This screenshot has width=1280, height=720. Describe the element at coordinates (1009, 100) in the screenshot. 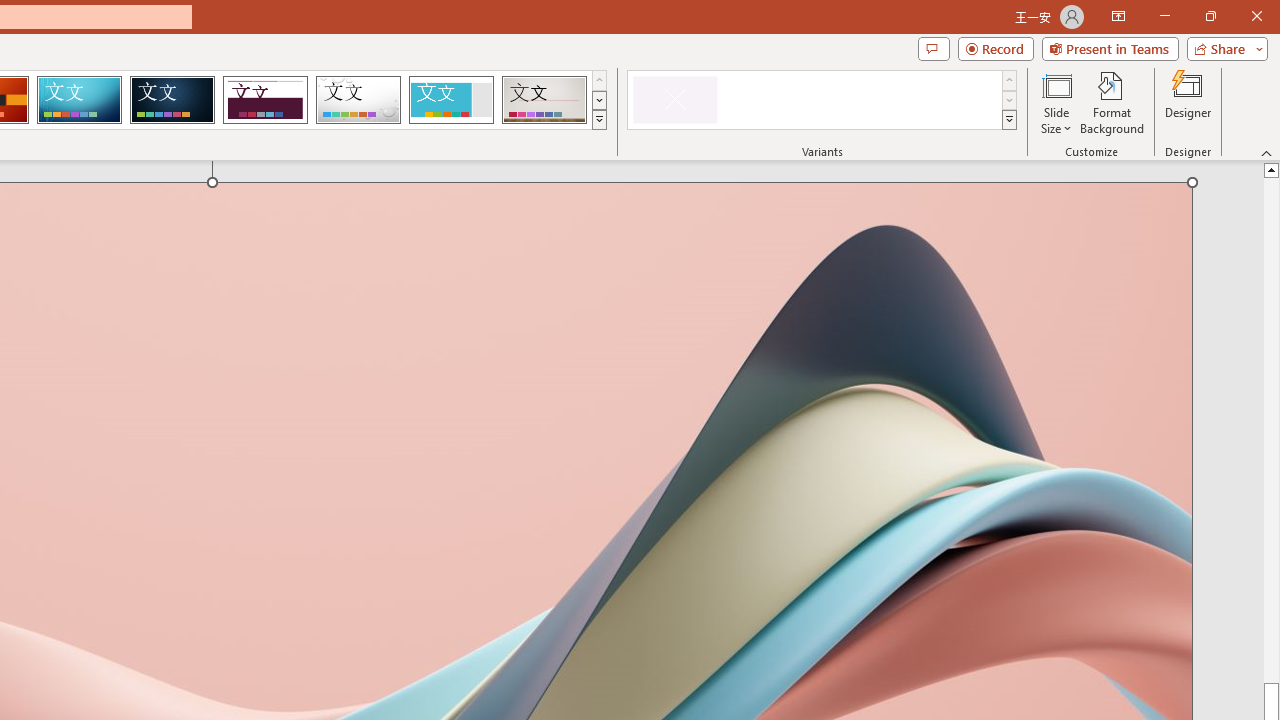

I see `'Row Down'` at that location.